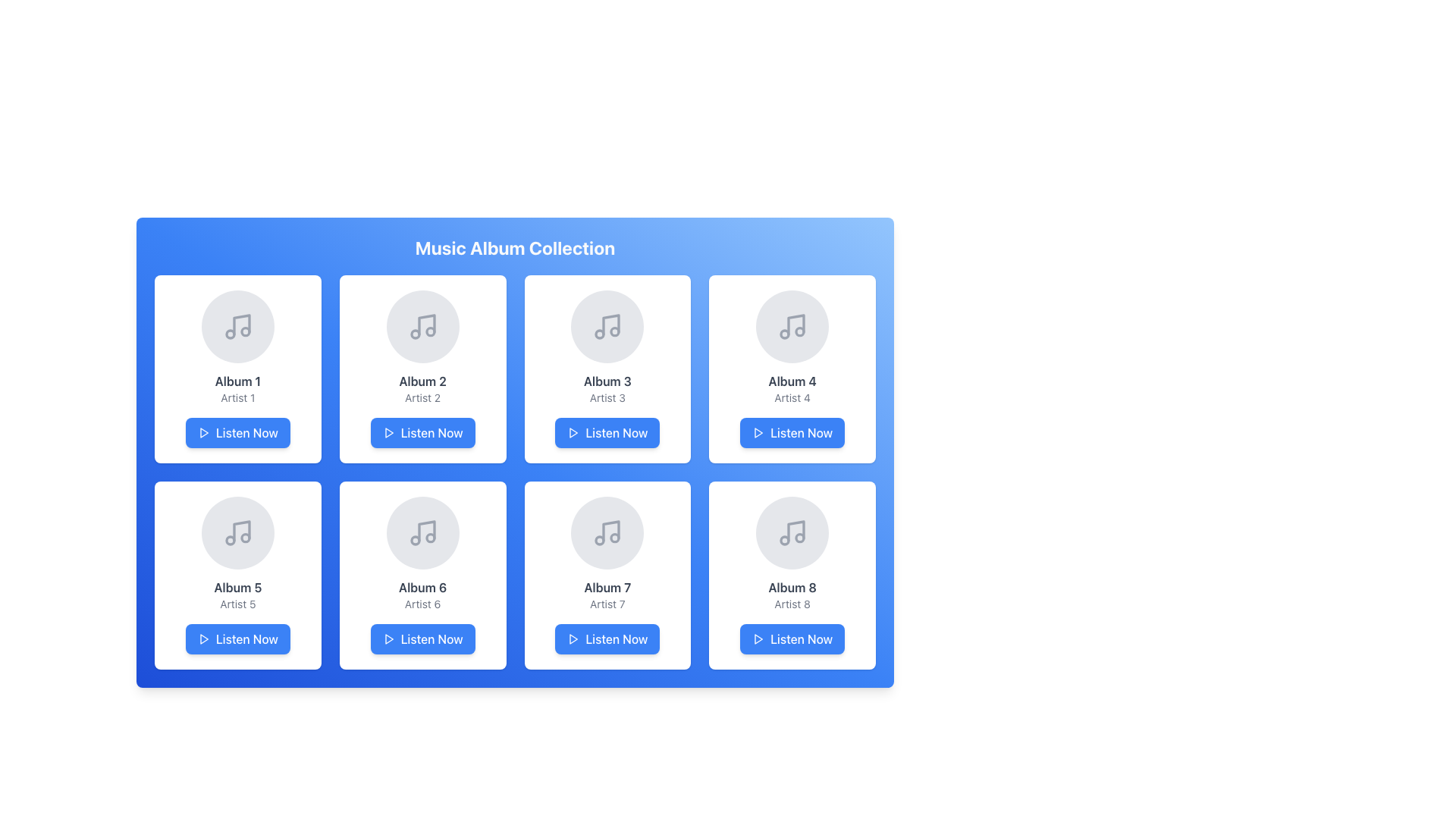 The height and width of the screenshot is (819, 1456). Describe the element at coordinates (422, 326) in the screenshot. I see `the music icon representing 'Album 2' in the Music Album Collection interface by moving the cursor to its center` at that location.